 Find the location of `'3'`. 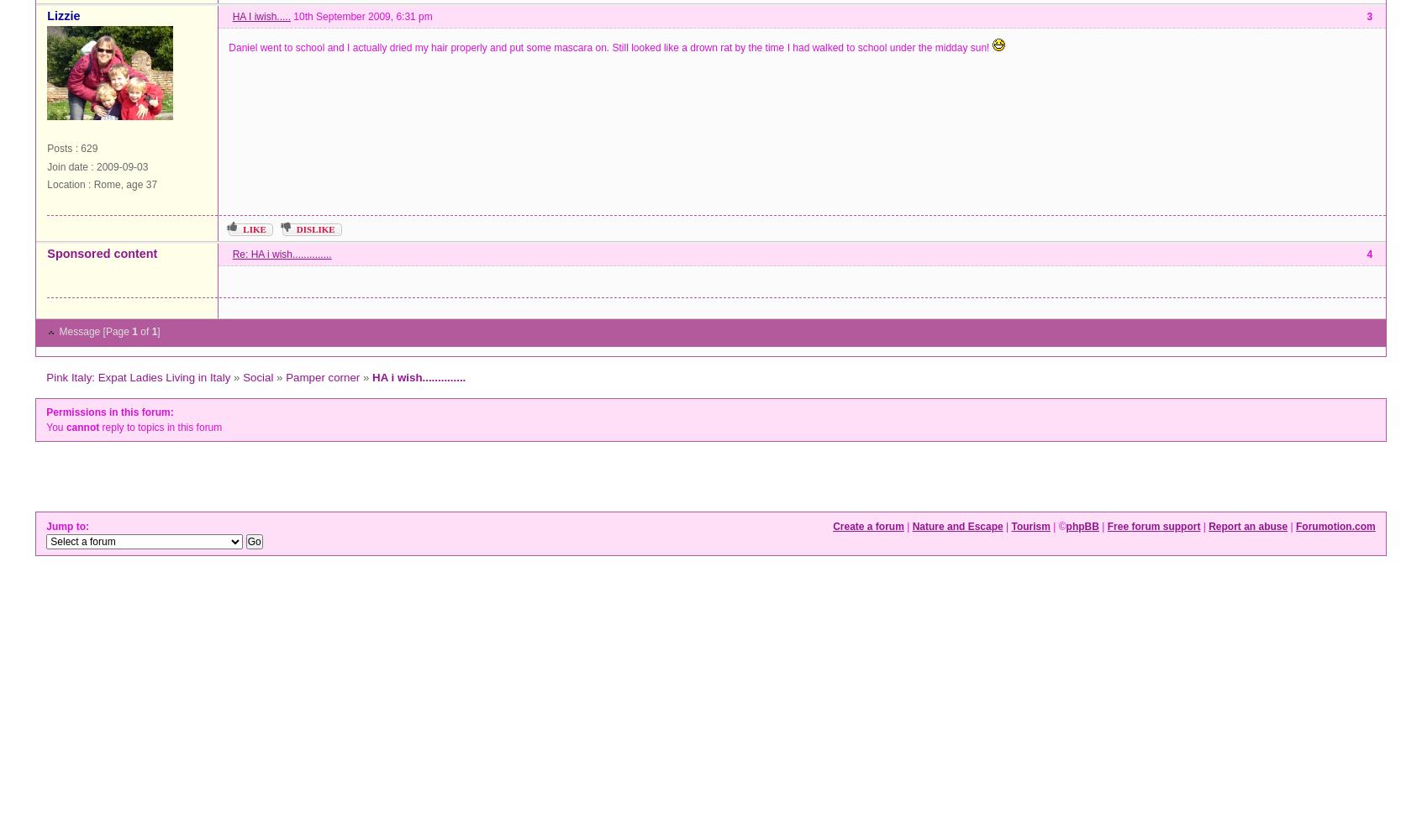

'3' is located at coordinates (1369, 16).